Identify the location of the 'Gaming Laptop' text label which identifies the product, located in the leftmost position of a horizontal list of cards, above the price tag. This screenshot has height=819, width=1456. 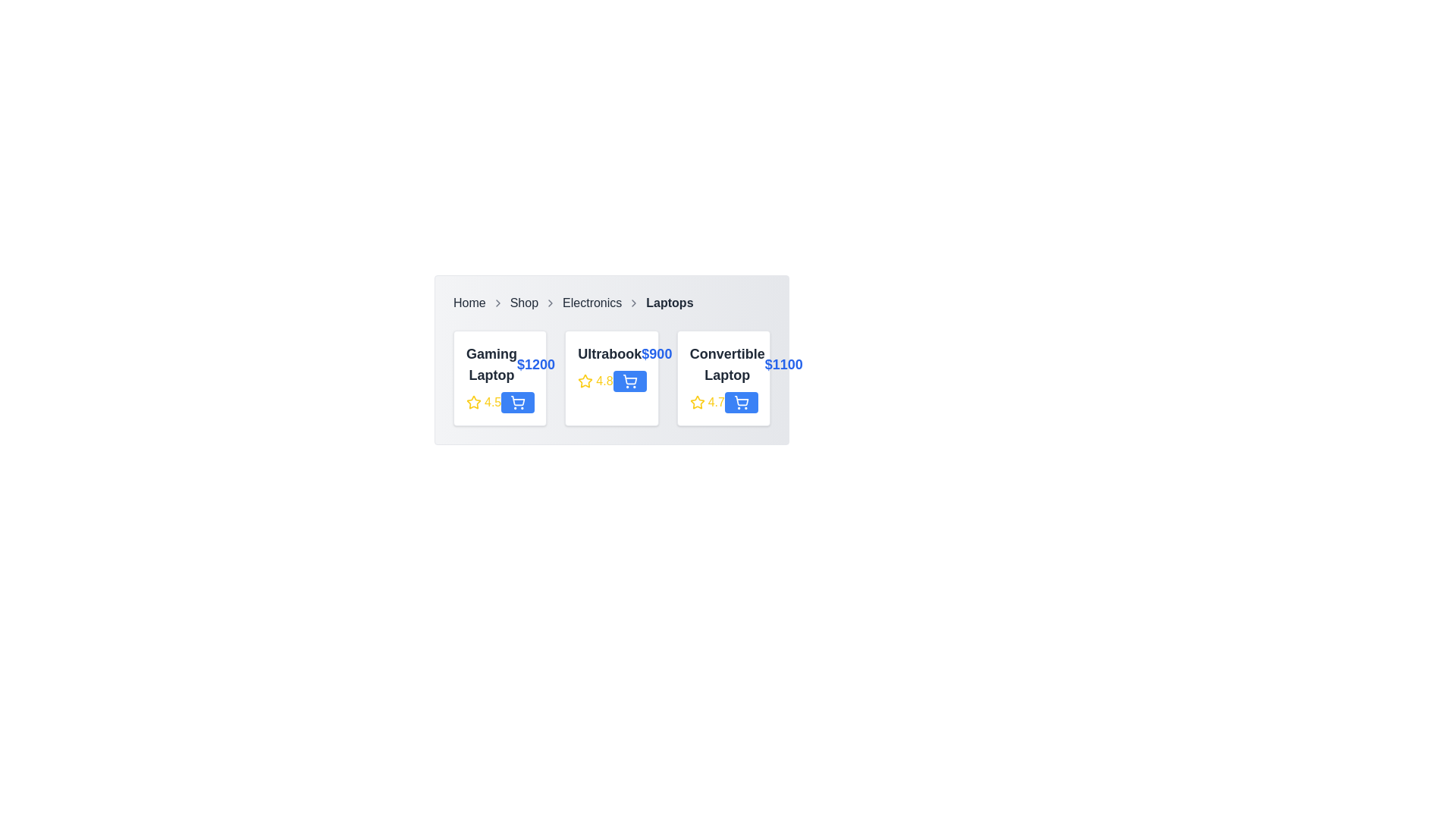
(491, 365).